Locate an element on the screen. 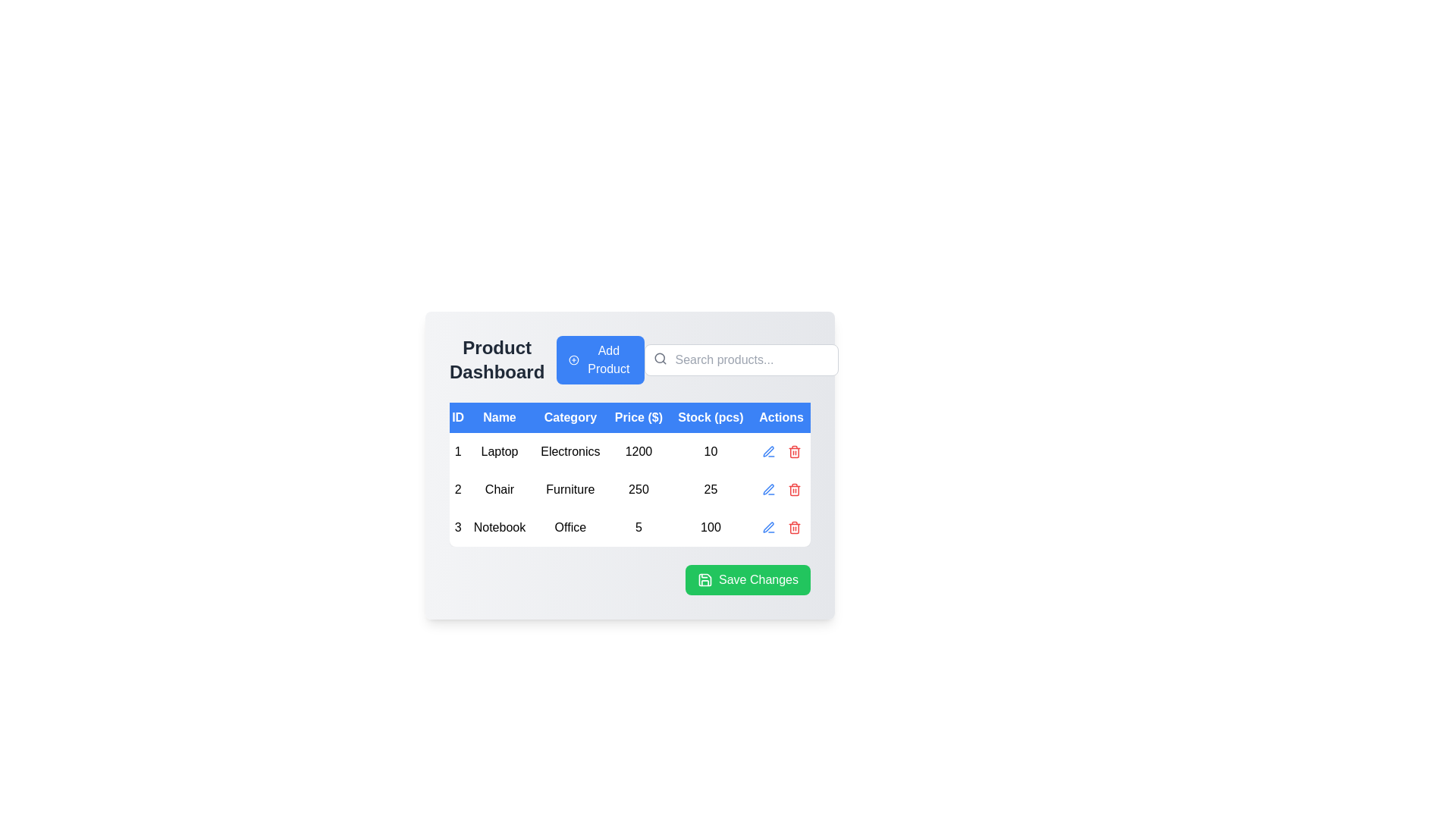 The height and width of the screenshot is (819, 1456). the Table Header Label displaying 'Actions', which is the last element in the header row of the table, styled with white text on a blue background is located at coordinates (781, 418).